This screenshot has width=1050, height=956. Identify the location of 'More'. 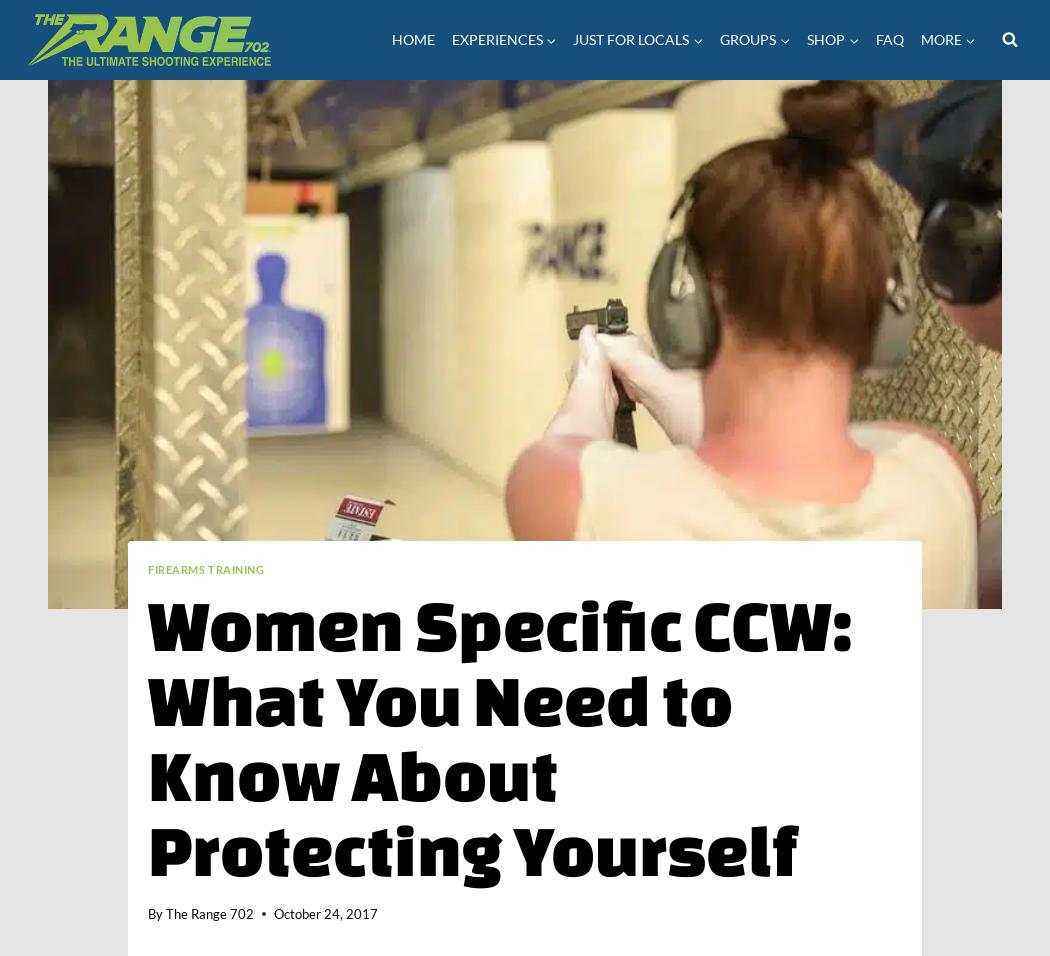
(939, 37).